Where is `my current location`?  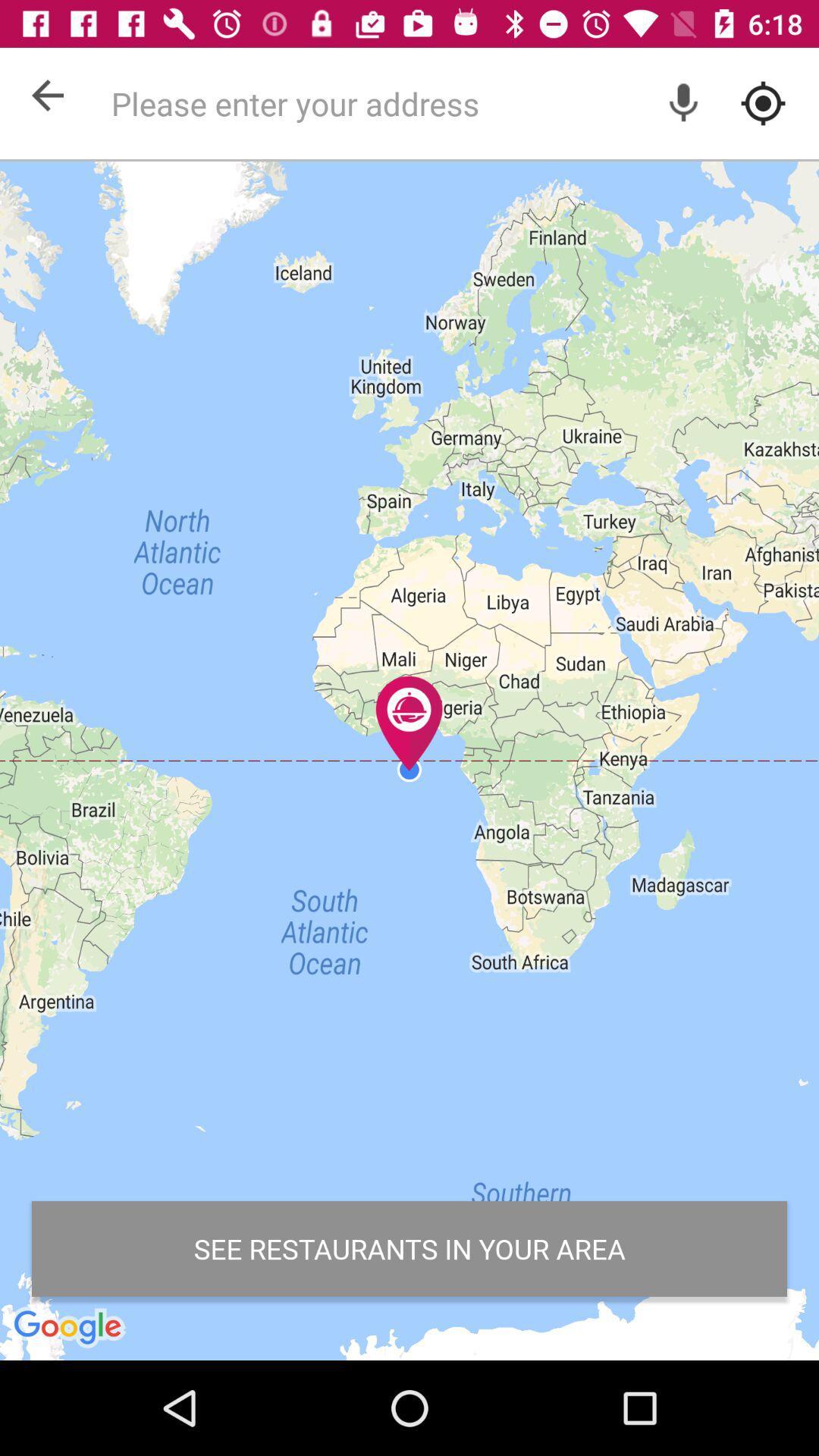
my current location is located at coordinates (763, 102).